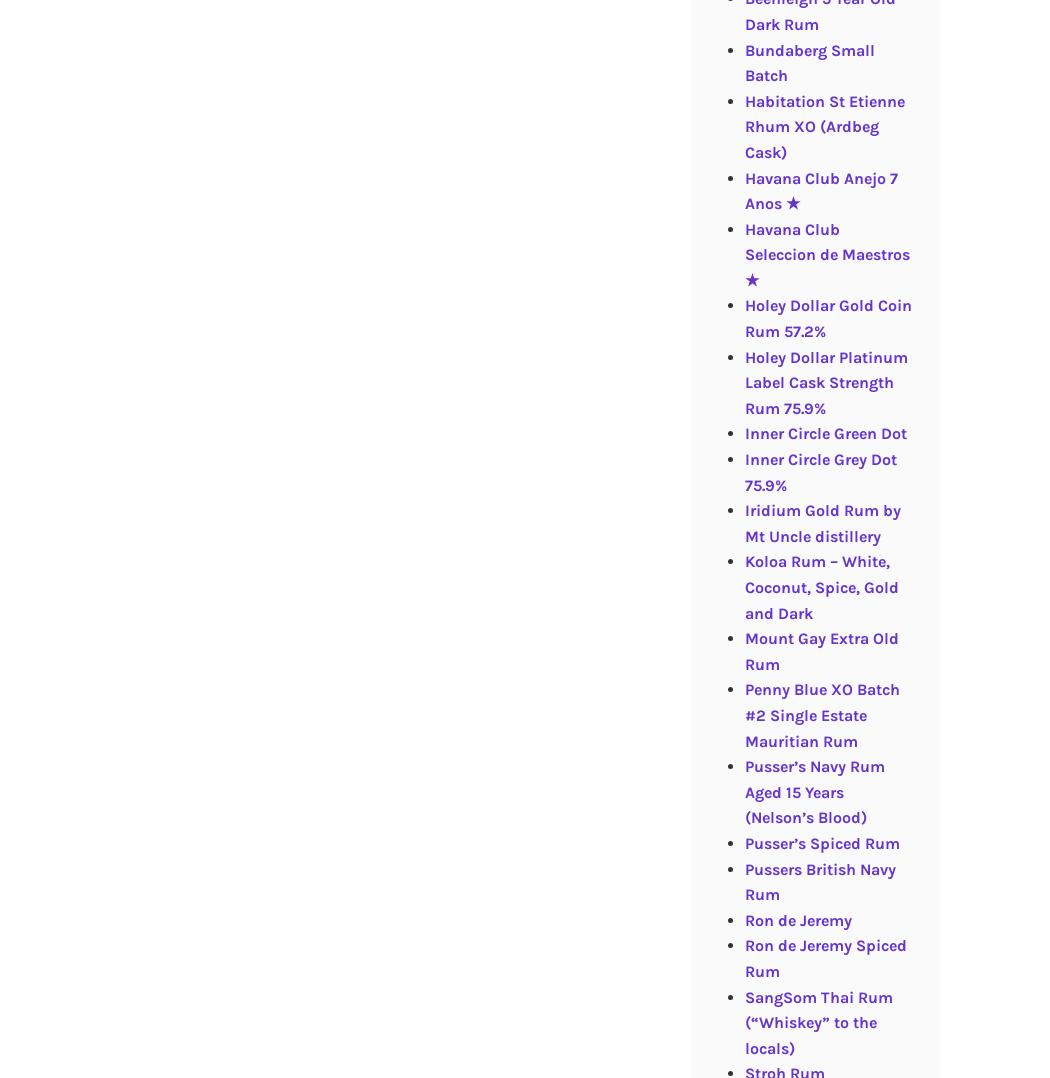  I want to click on 'Havana Club Anejo 7 Anos ★', so click(819, 189).